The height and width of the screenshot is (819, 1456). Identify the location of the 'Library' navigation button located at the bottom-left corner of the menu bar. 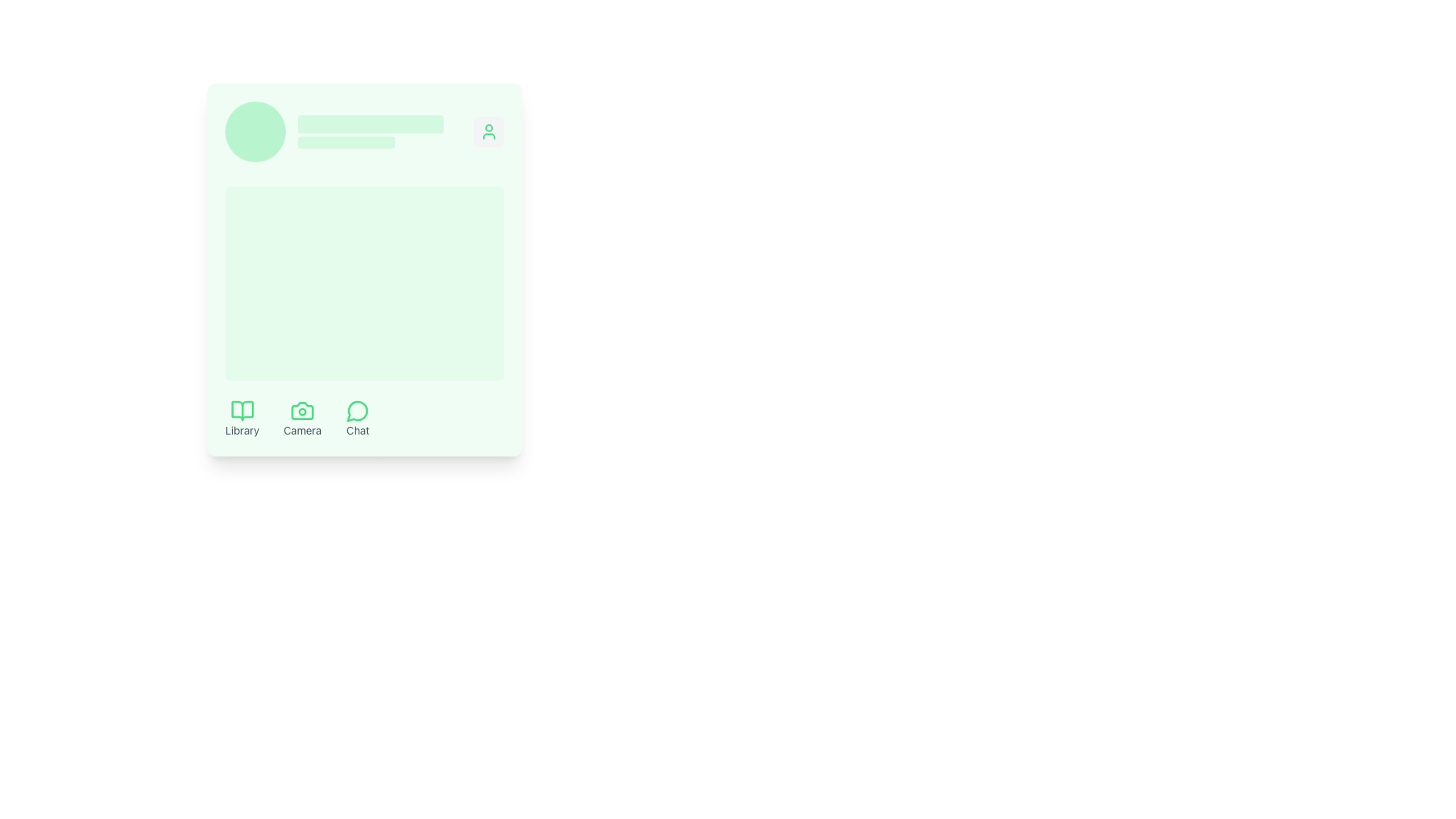
(241, 418).